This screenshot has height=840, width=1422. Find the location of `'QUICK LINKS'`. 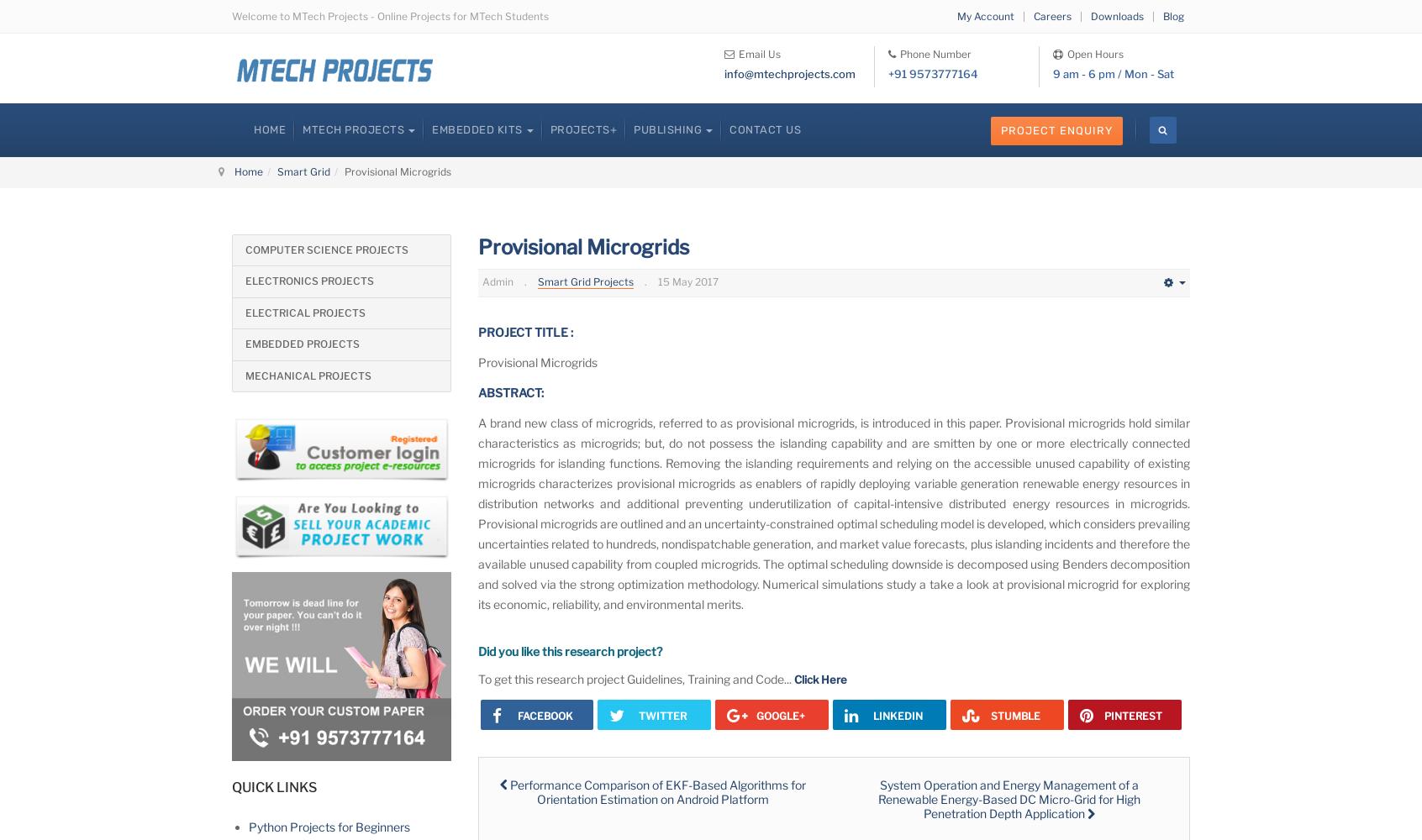

'QUICK LINKS' is located at coordinates (273, 787).